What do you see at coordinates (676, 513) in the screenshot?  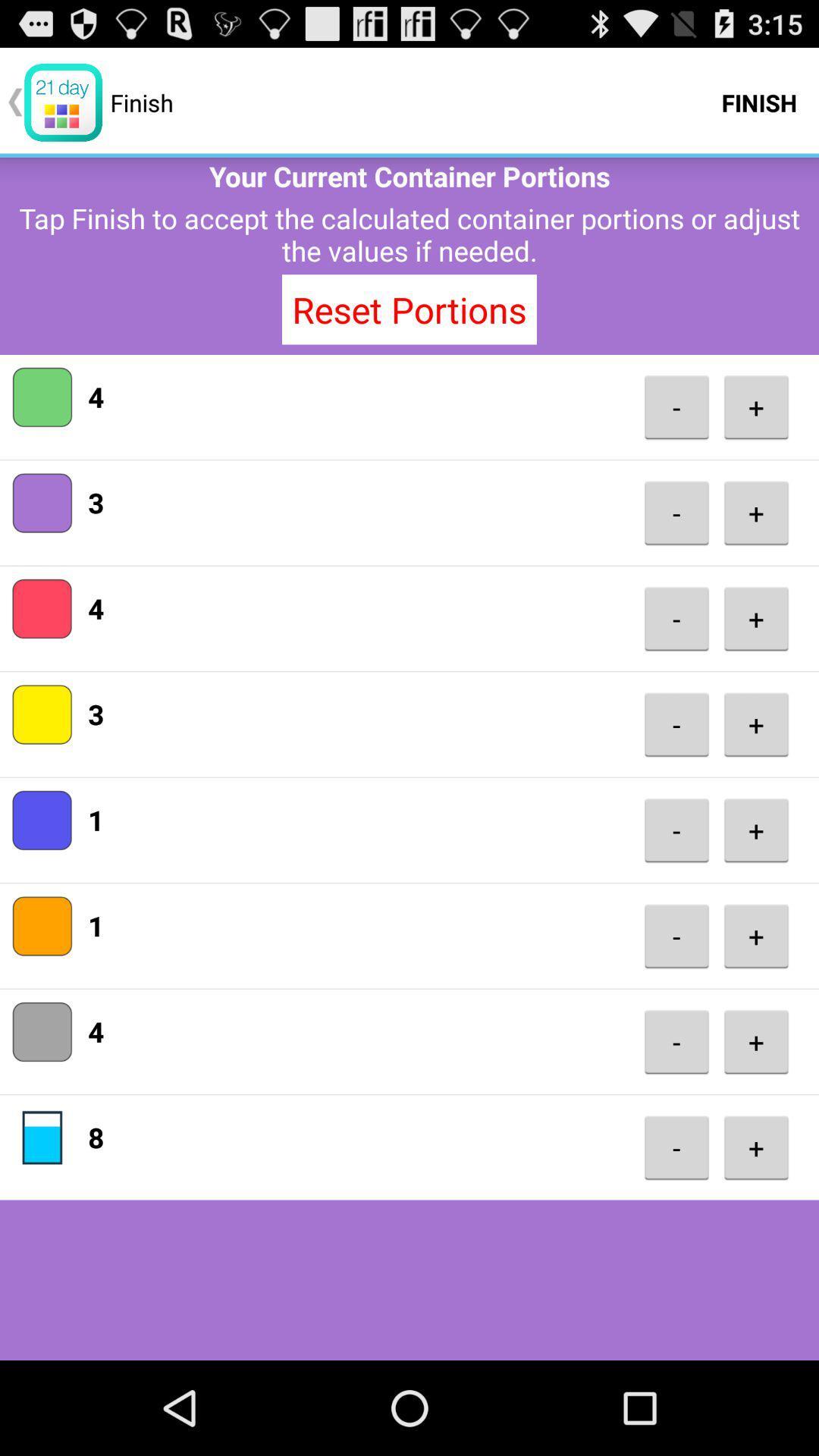 I see `the app next to the 3 item` at bounding box center [676, 513].